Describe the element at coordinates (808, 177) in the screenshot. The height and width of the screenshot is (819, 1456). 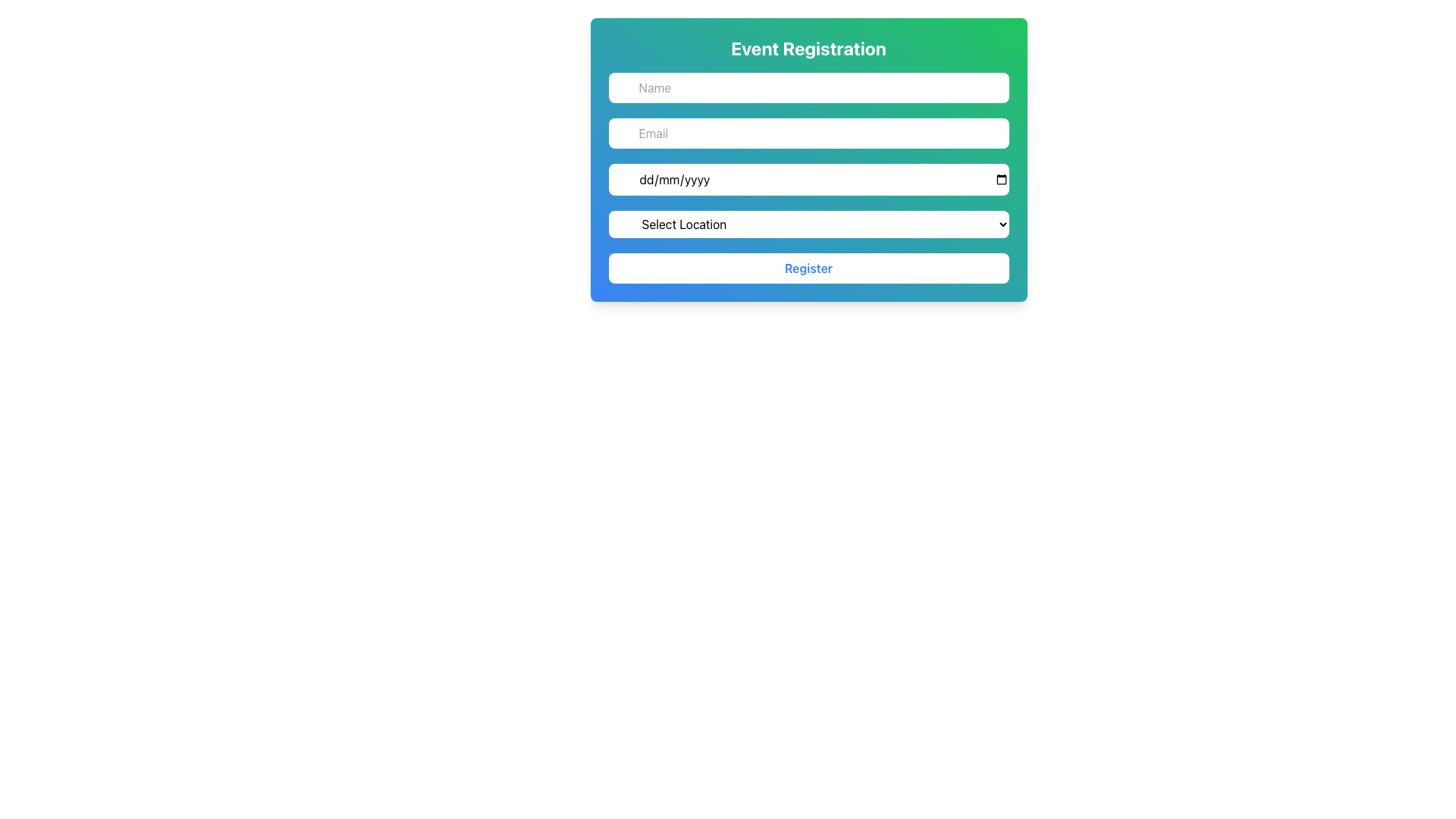
I see `the Date Input Field in the Event Registration card` at that location.